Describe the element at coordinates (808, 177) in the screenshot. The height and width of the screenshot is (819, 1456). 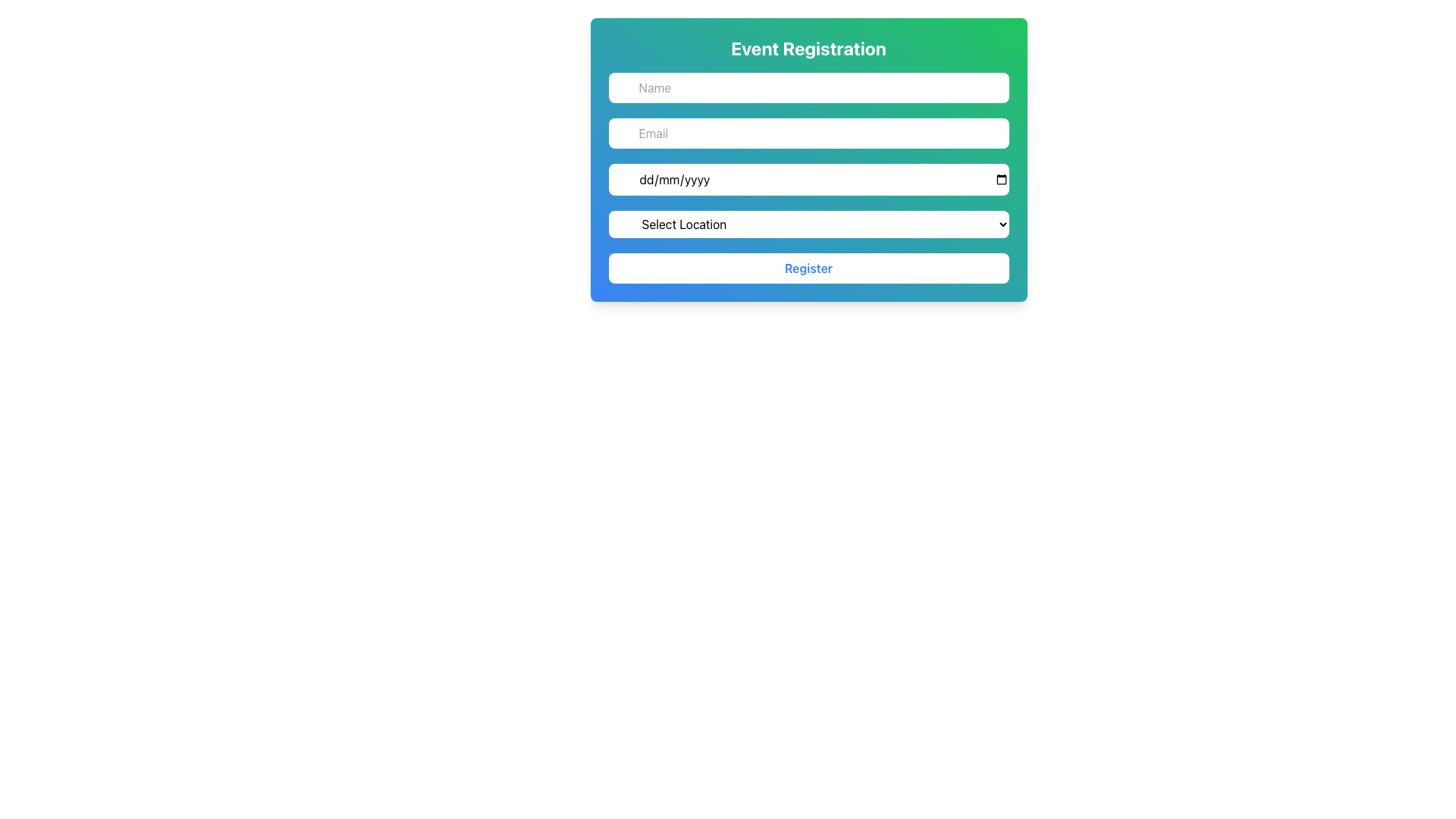
I see `the Date Input Field in the Event Registration card` at that location.